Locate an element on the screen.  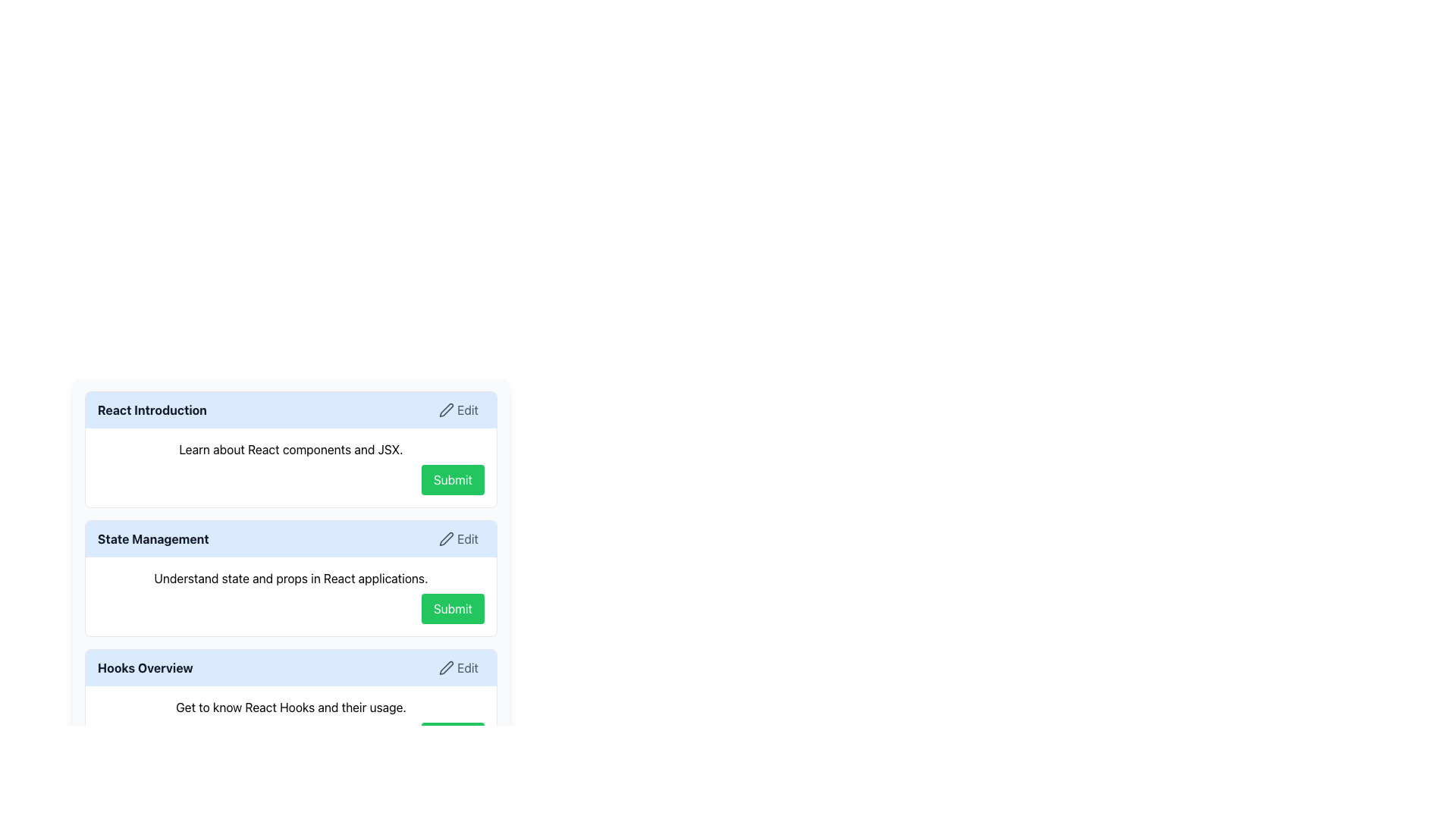
the 'Edit' icon located in the header of the React Introduction card, positioned near the top-right corner is located at coordinates (446, 409).